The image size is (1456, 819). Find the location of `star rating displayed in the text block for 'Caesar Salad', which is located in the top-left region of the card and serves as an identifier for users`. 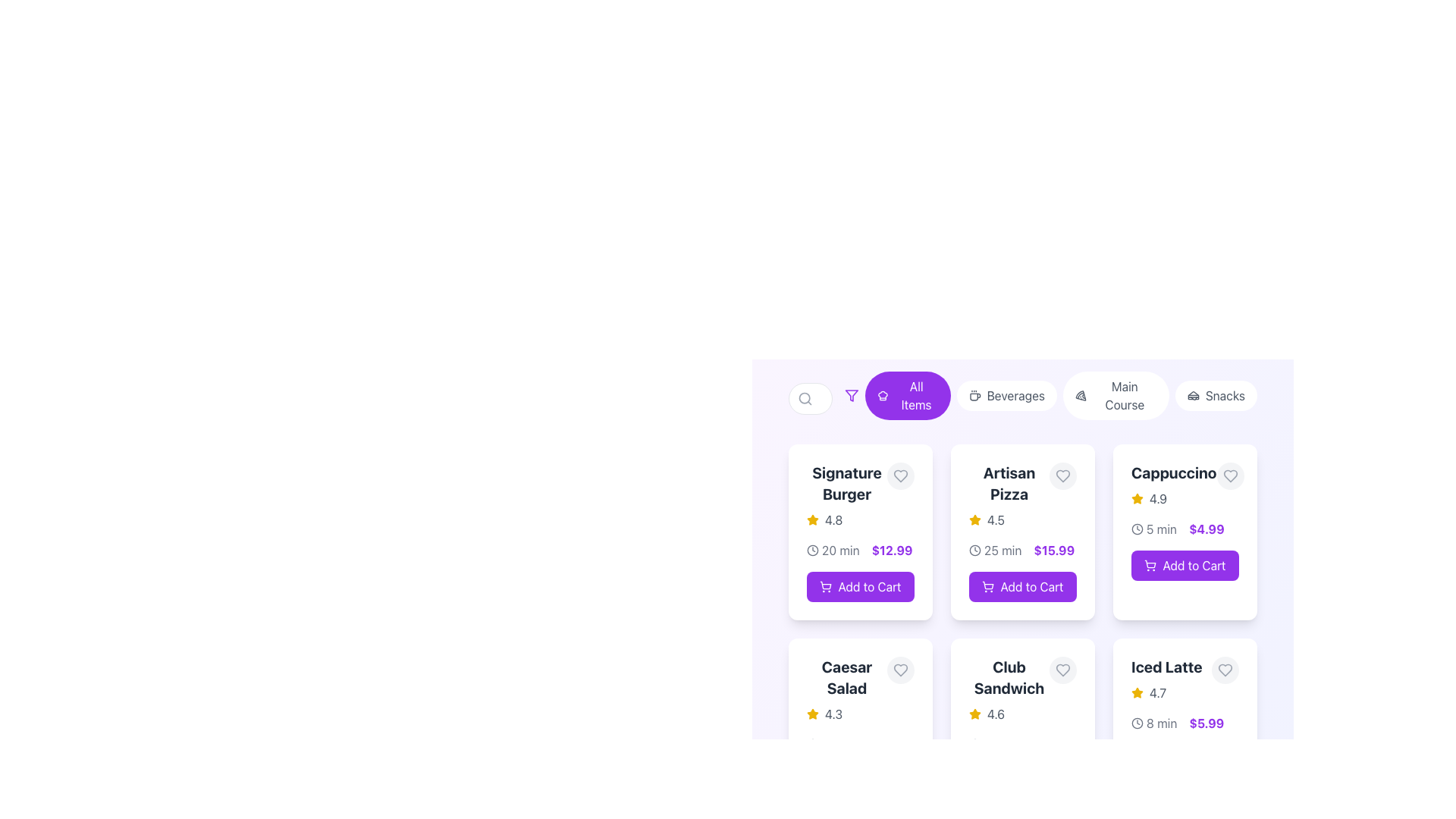

star rating displayed in the text block for 'Caesar Salad', which is located in the top-left region of the card and serves as an identifier for users is located at coordinates (860, 690).